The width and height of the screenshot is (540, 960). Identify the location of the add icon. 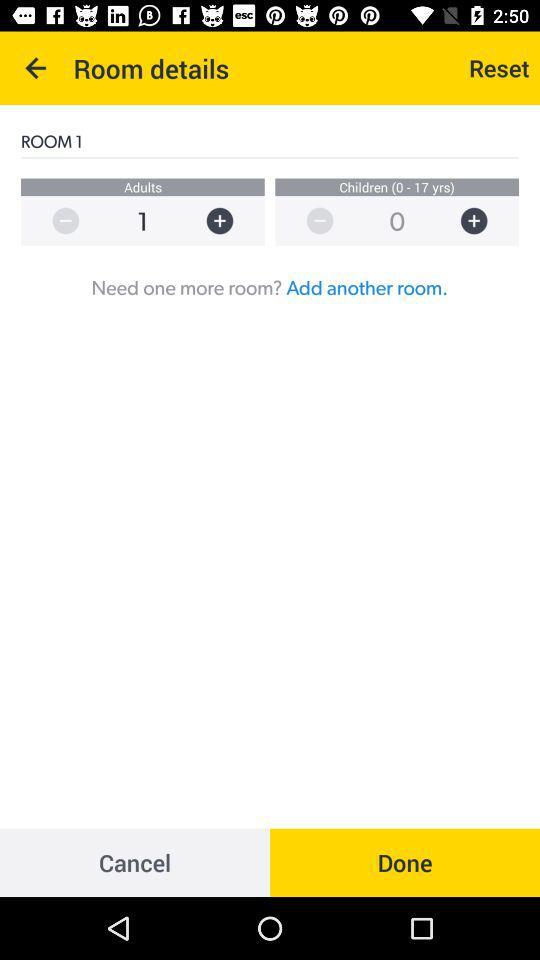
(228, 221).